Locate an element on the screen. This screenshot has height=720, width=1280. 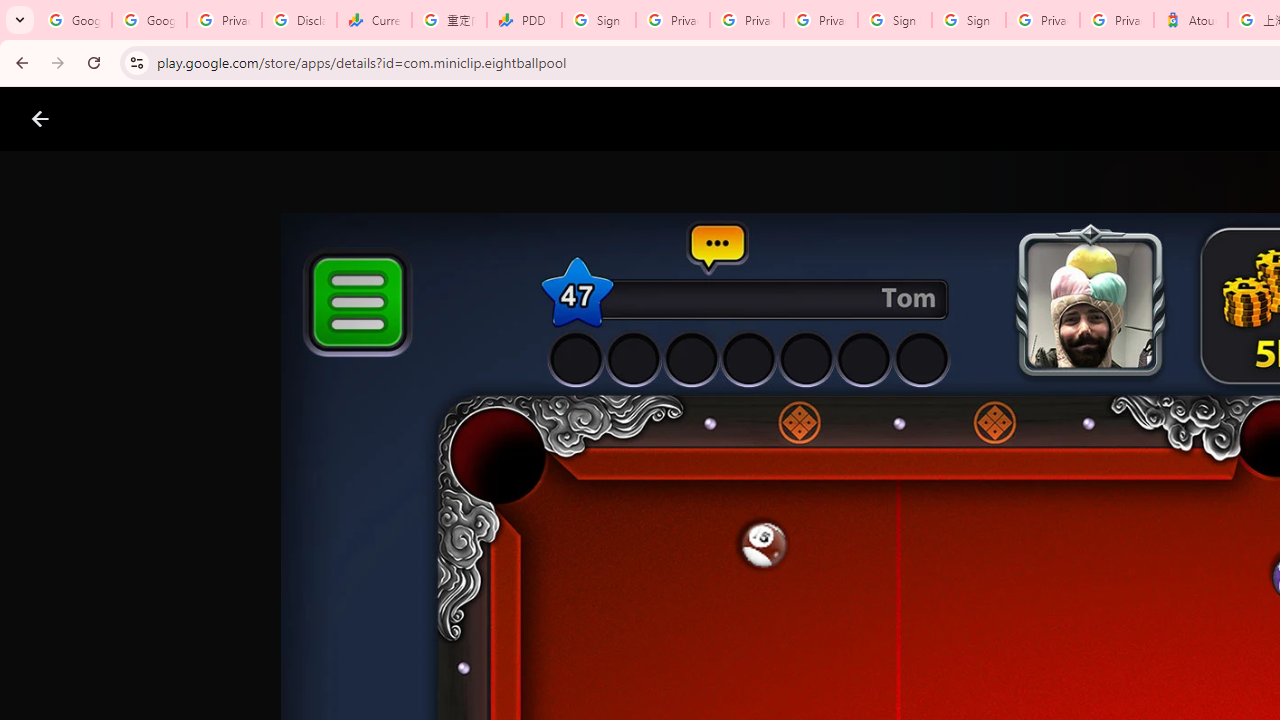
'Currencies - Google Finance' is located at coordinates (374, 20).